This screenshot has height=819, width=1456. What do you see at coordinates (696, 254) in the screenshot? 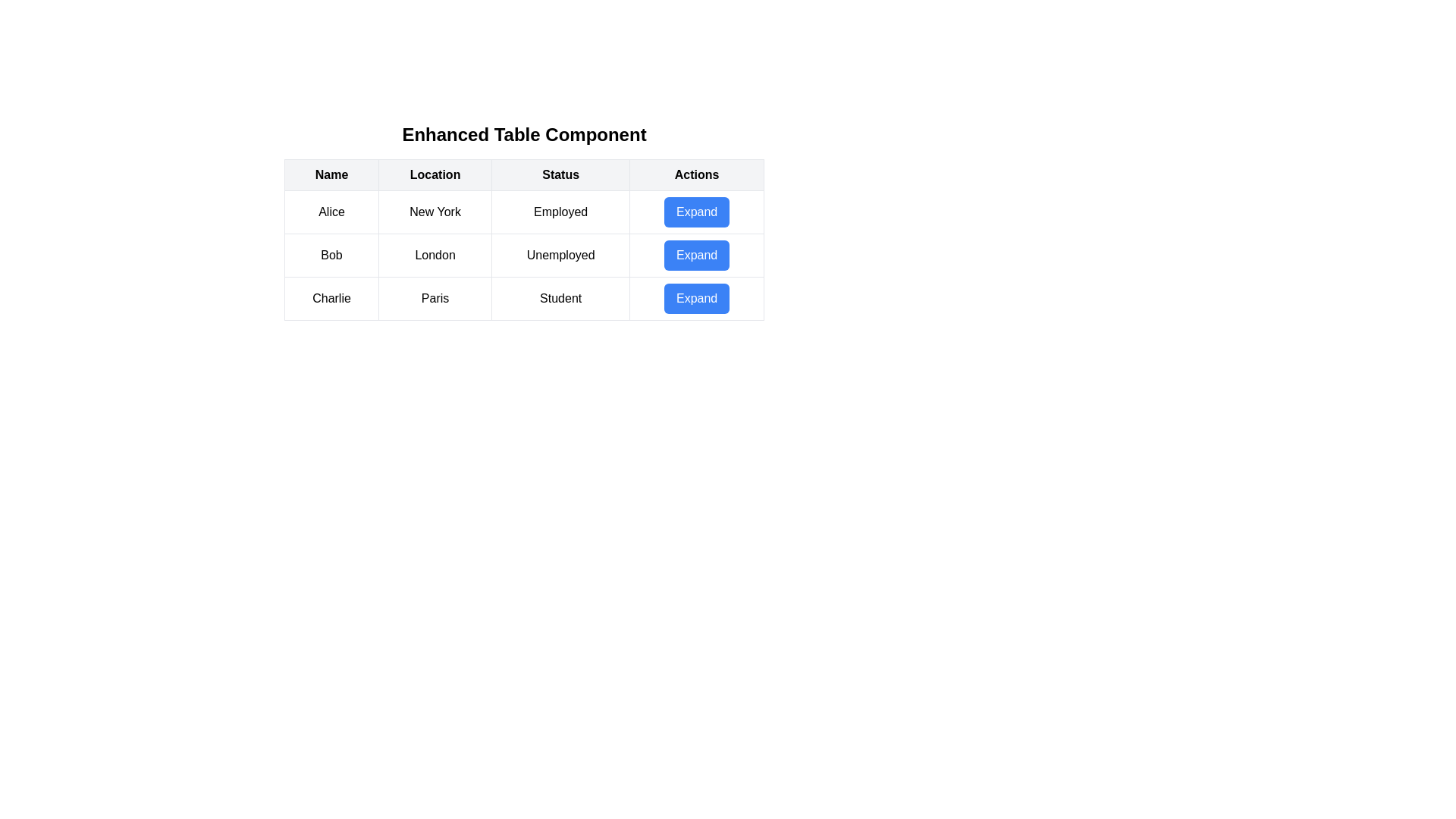
I see `the blue button labeled 'Expand' located in the third column of the second row under the 'Actions' header, next to the row containing 'Bob' and 'Unemployed' to observe a style change` at bounding box center [696, 254].